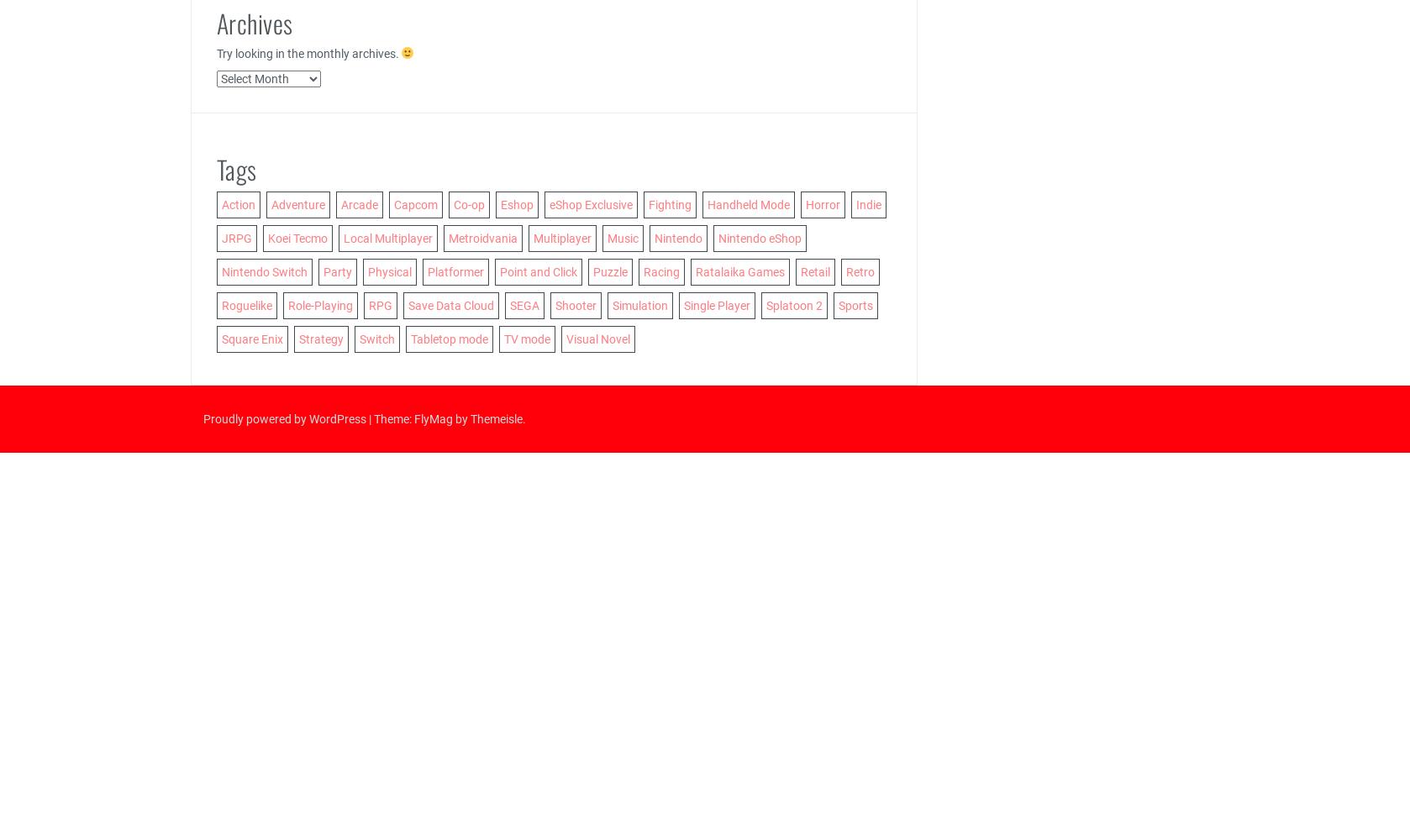 The height and width of the screenshot is (840, 1410). What do you see at coordinates (319, 304) in the screenshot?
I see `'Role-Playing'` at bounding box center [319, 304].